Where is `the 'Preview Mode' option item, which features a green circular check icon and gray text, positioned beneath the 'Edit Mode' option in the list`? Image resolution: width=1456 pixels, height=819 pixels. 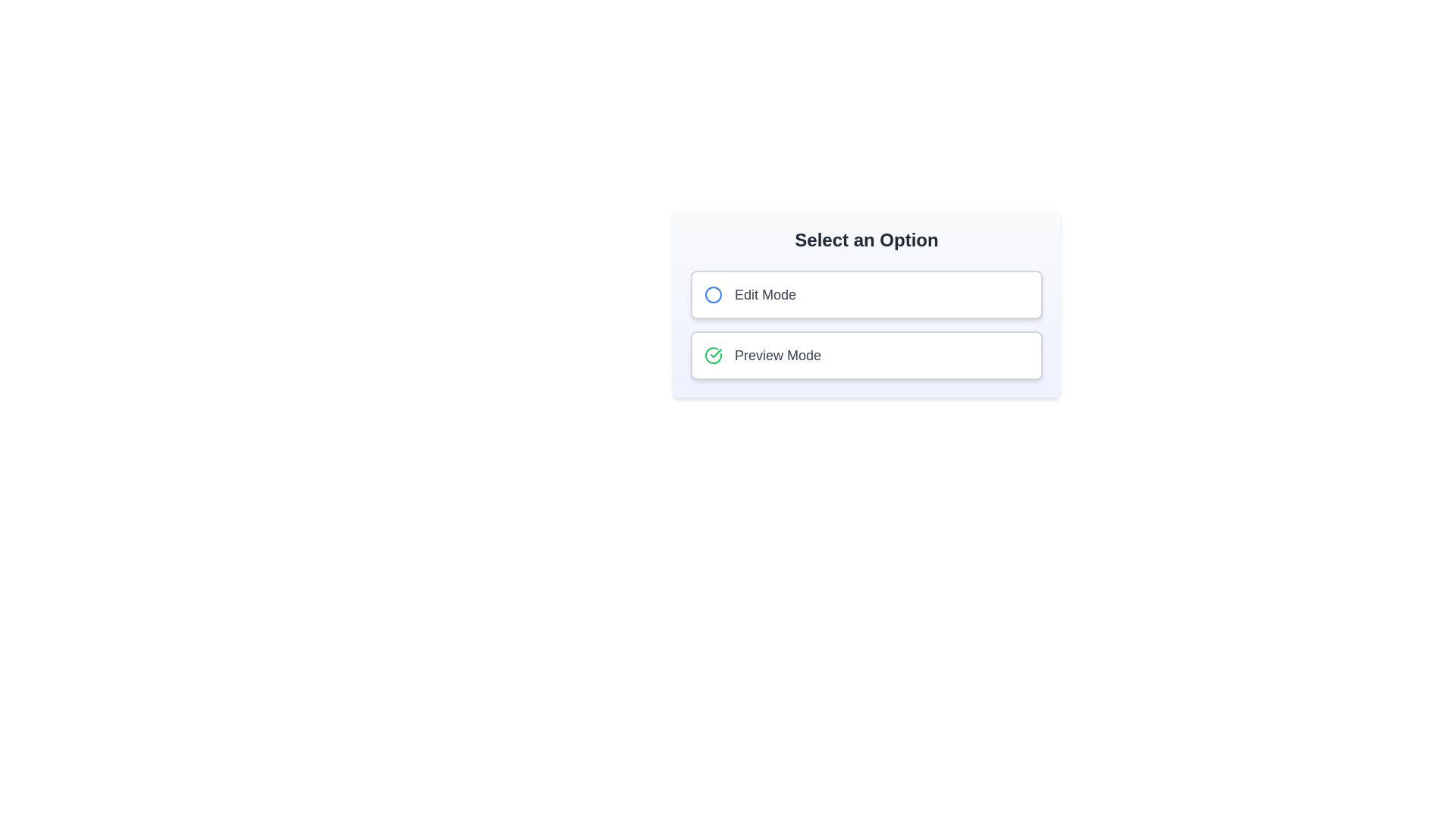
the 'Preview Mode' option item, which features a green circular check icon and gray text, positioned beneath the 'Edit Mode' option in the list is located at coordinates (763, 356).